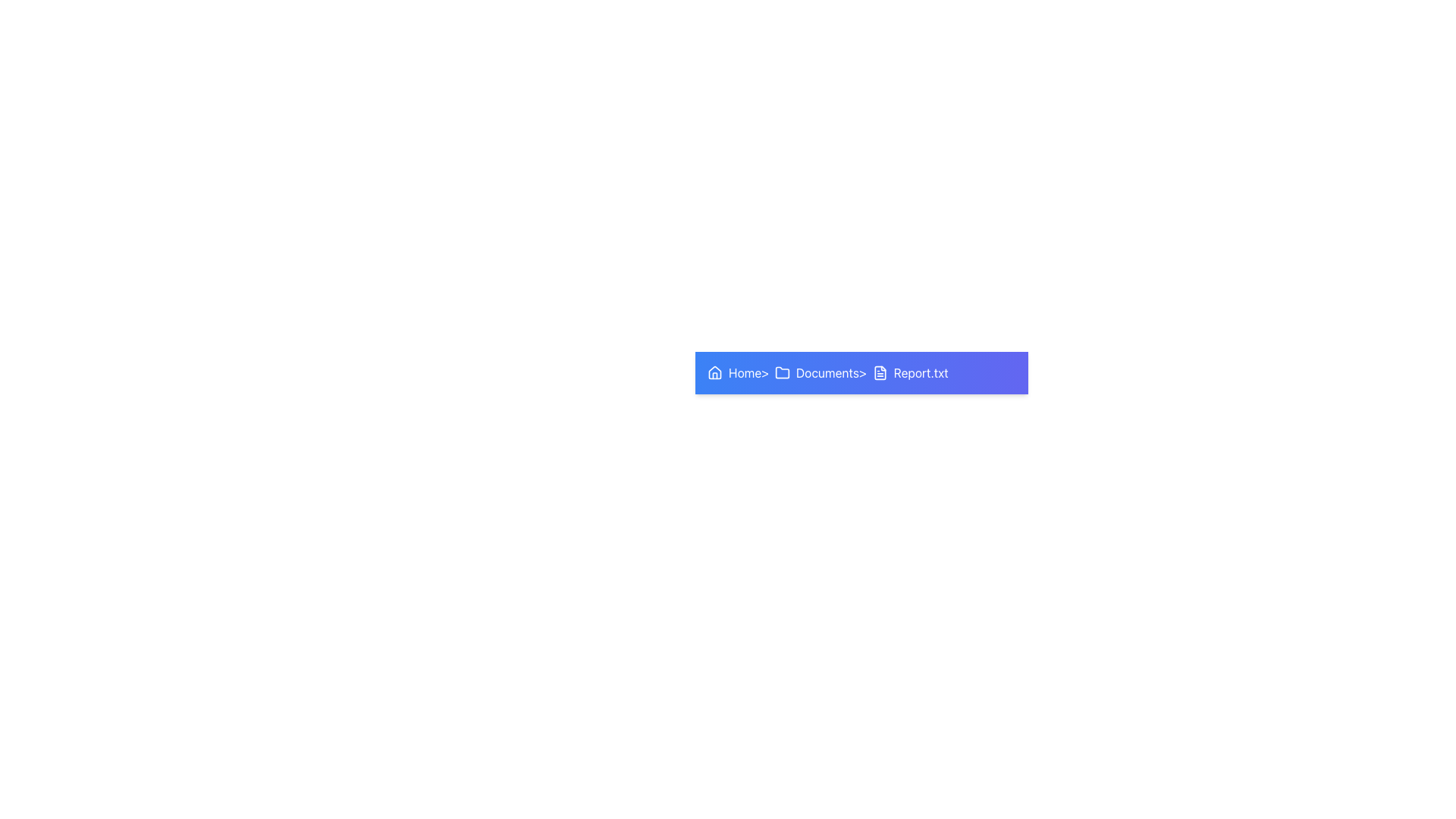 This screenshot has width=1456, height=819. What do you see at coordinates (745, 373) in the screenshot?
I see `the text label 'Home' which is styled in a sans-serif font and appears in white against a blue background, located in the horizontal navigation bar, adjacent to a house icon` at bounding box center [745, 373].